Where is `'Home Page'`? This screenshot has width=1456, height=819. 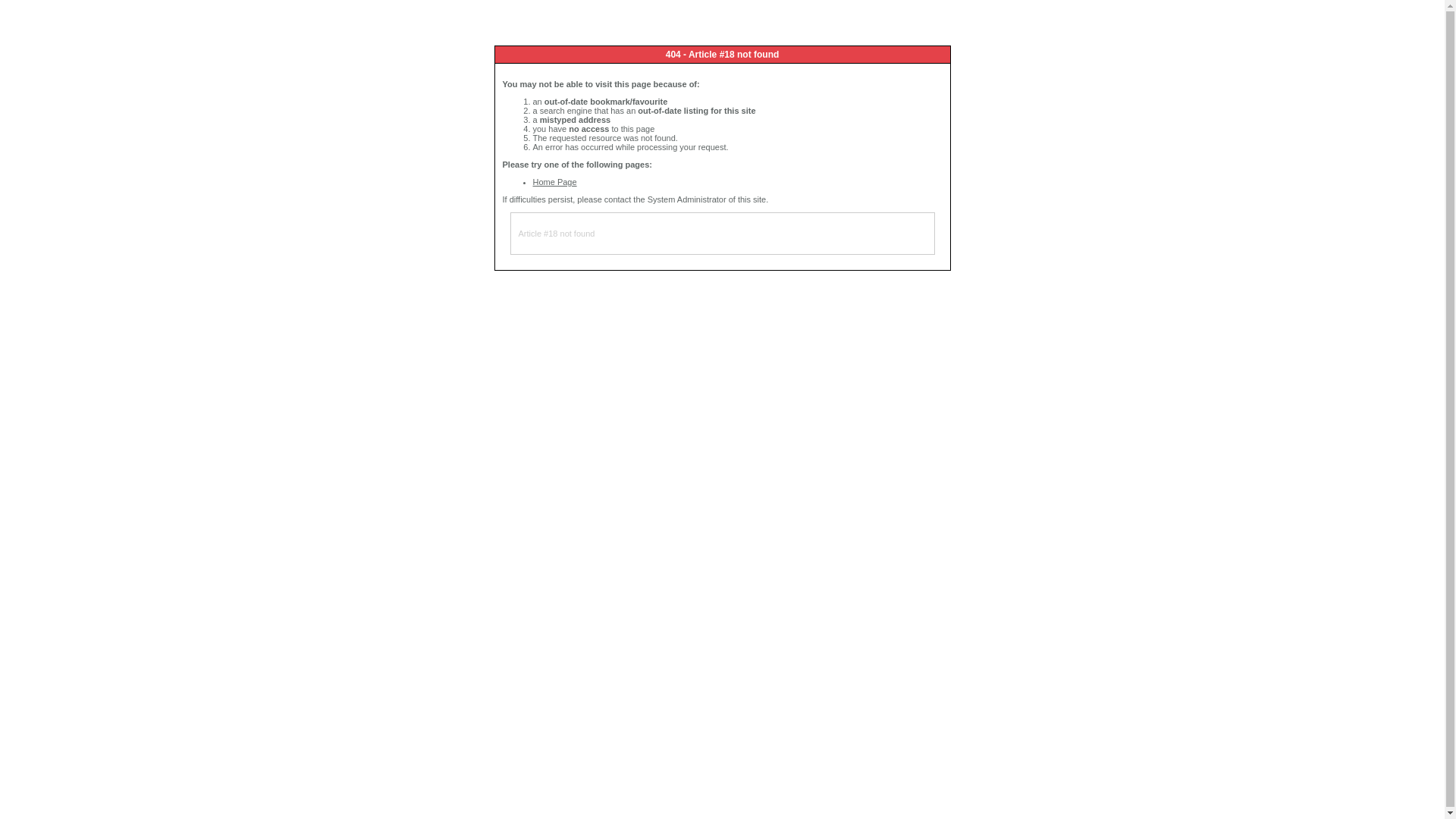
'Home Page' is located at coordinates (553, 180).